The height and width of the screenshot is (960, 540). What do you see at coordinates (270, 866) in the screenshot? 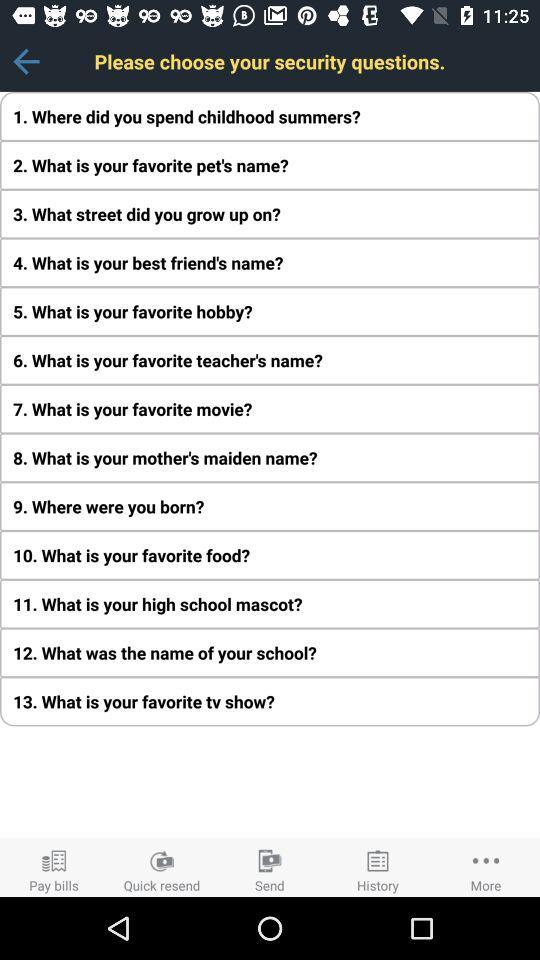
I see `the third icon which is at the bottom center` at bounding box center [270, 866].